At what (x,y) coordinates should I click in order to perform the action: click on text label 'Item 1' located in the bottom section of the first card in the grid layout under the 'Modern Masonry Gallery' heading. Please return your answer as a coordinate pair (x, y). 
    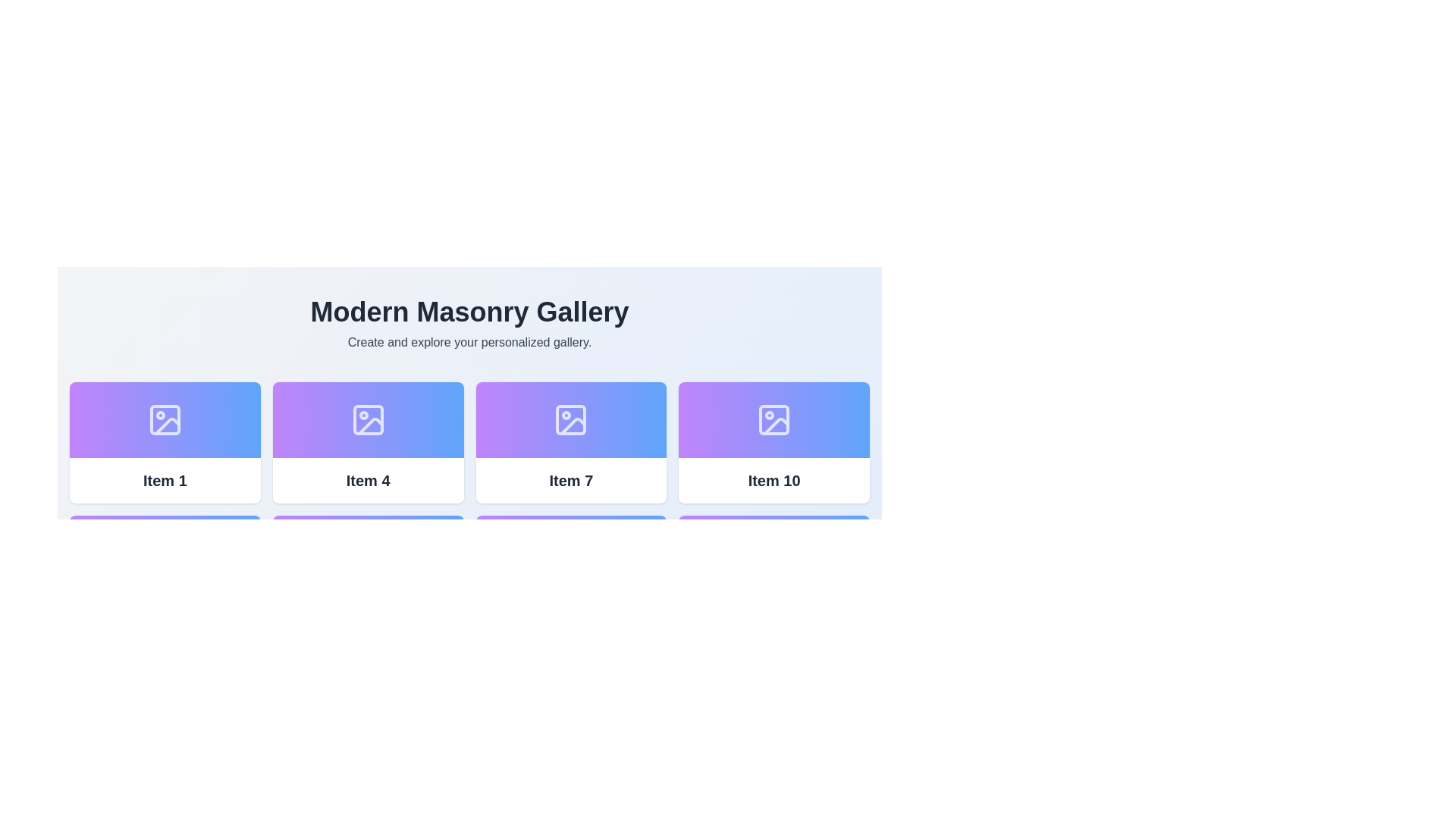
    Looking at the image, I should click on (165, 480).